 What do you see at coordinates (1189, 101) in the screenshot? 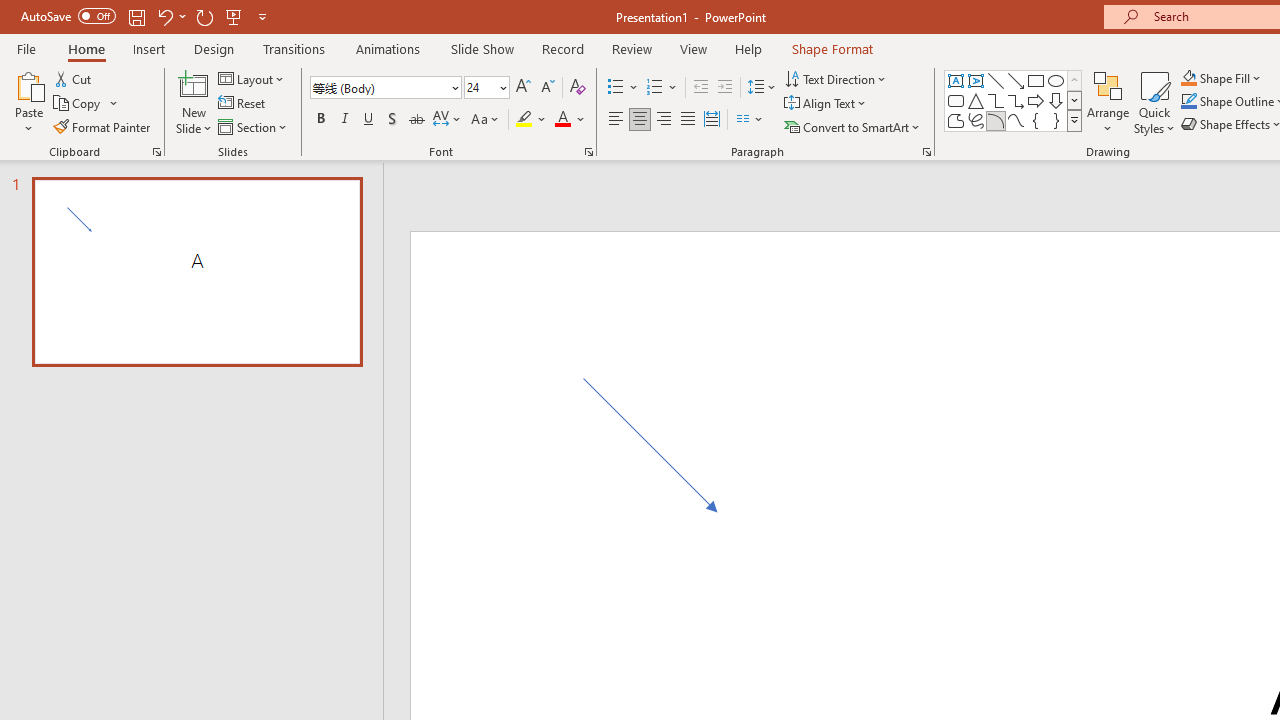
I see `'Shape Outline Blue, Accent 1'` at bounding box center [1189, 101].